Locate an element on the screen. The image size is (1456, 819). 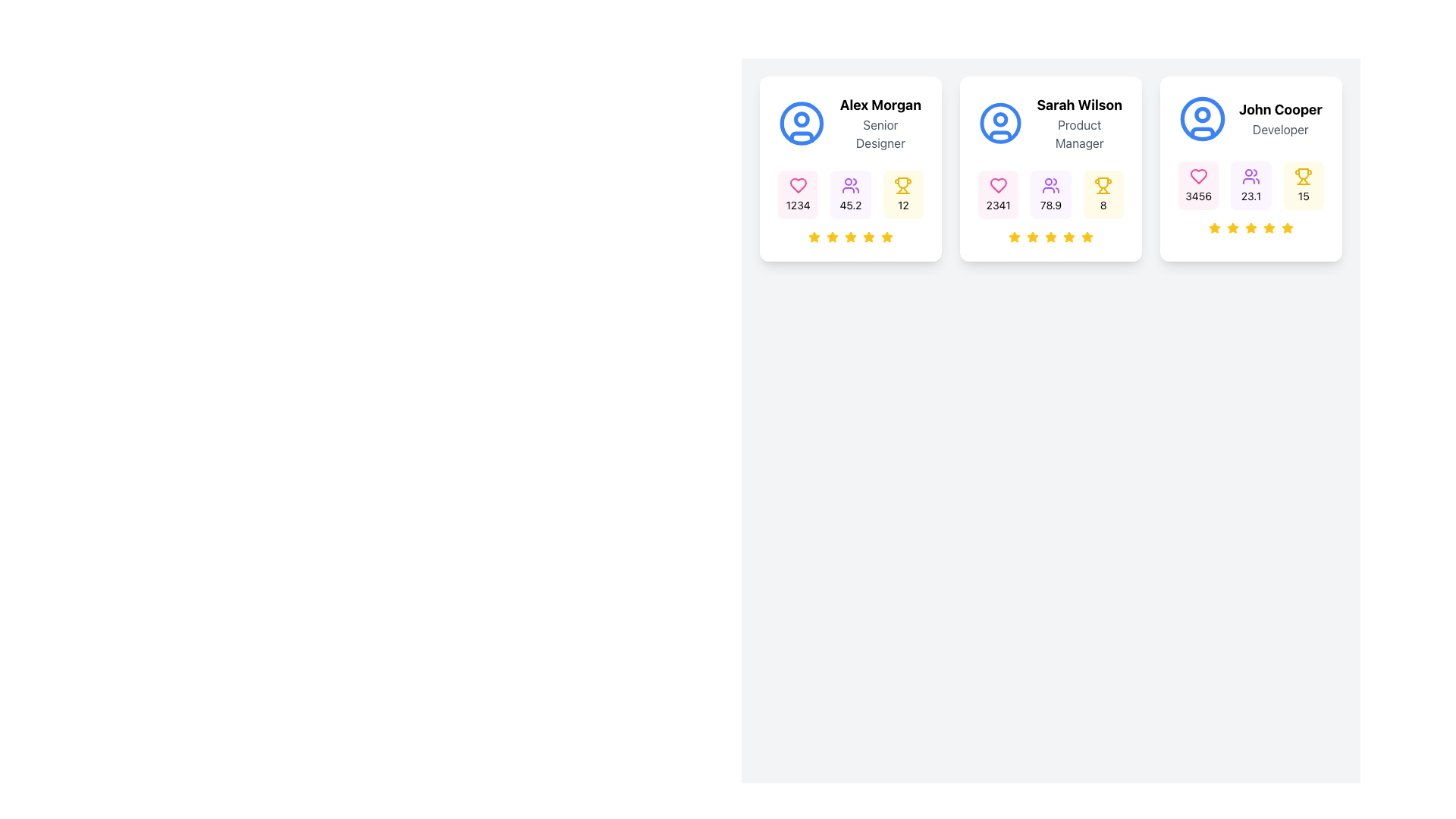
the Descriptive Text Block that displays the user's name and role, located in the second profile card from the left, centered beneath the circular icon is located at coordinates (1078, 122).